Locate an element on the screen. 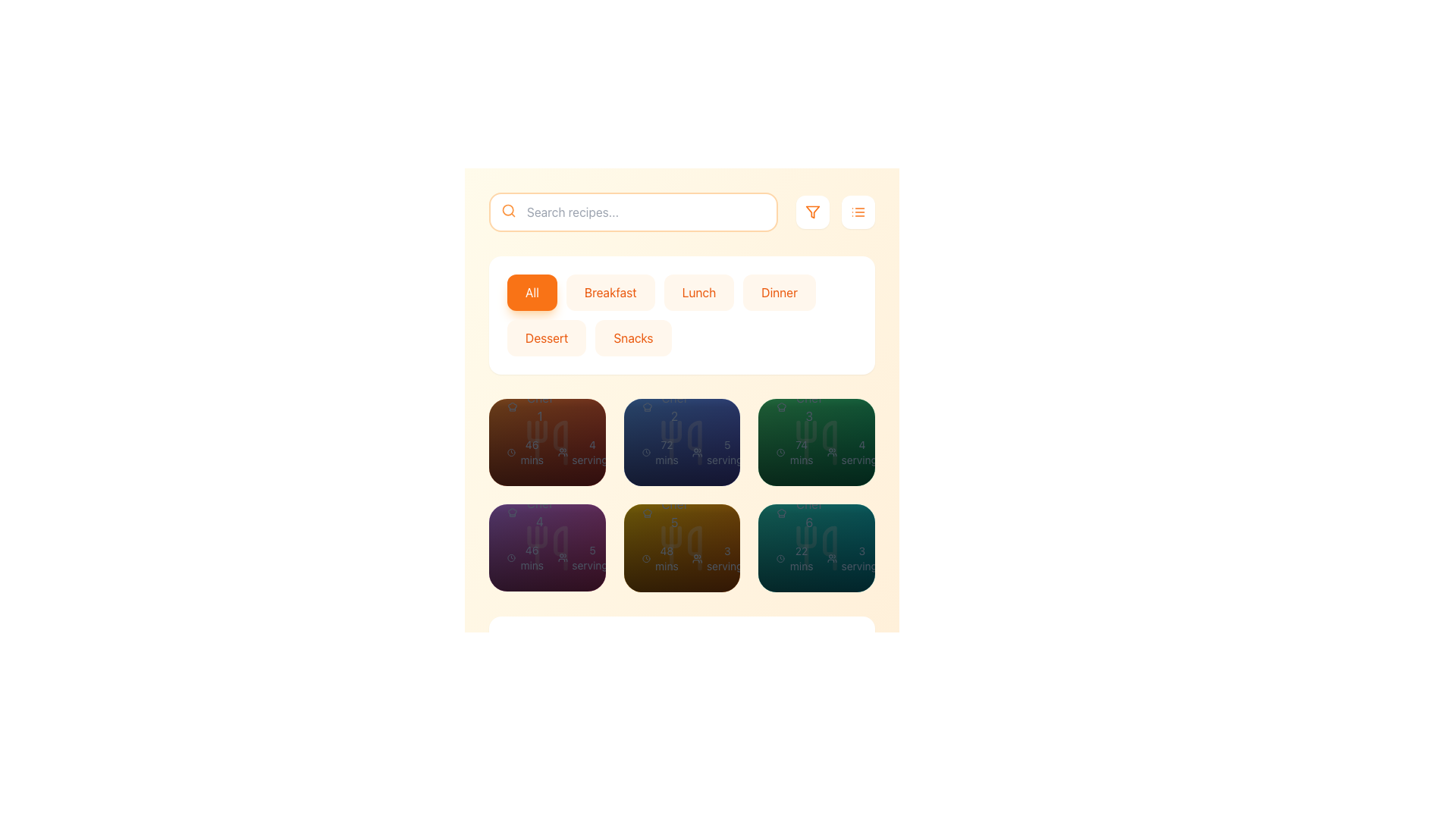 Image resolution: width=1456 pixels, height=819 pixels. the small modern line-art icon representing a group of users, located in the bottom right corner of the '4 servings' text label on the recipe card is located at coordinates (831, 452).